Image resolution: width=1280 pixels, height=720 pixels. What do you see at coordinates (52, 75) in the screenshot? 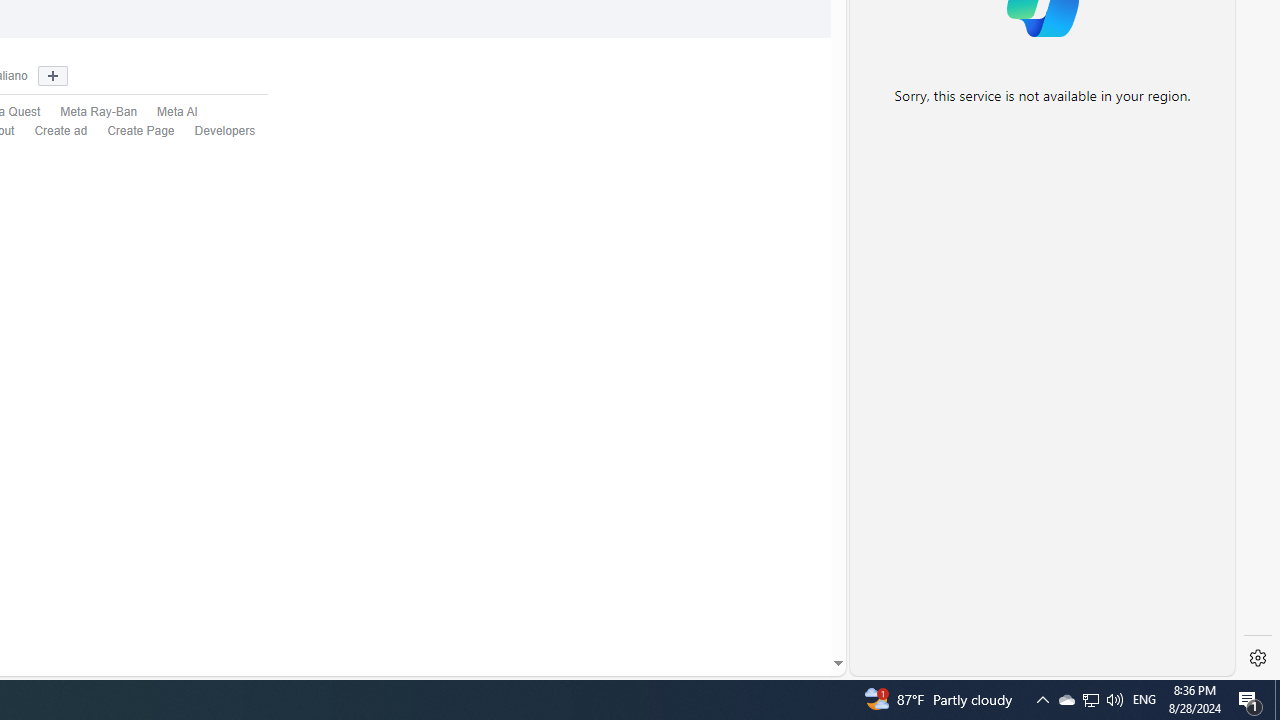
I see `'Show more languages'` at bounding box center [52, 75].